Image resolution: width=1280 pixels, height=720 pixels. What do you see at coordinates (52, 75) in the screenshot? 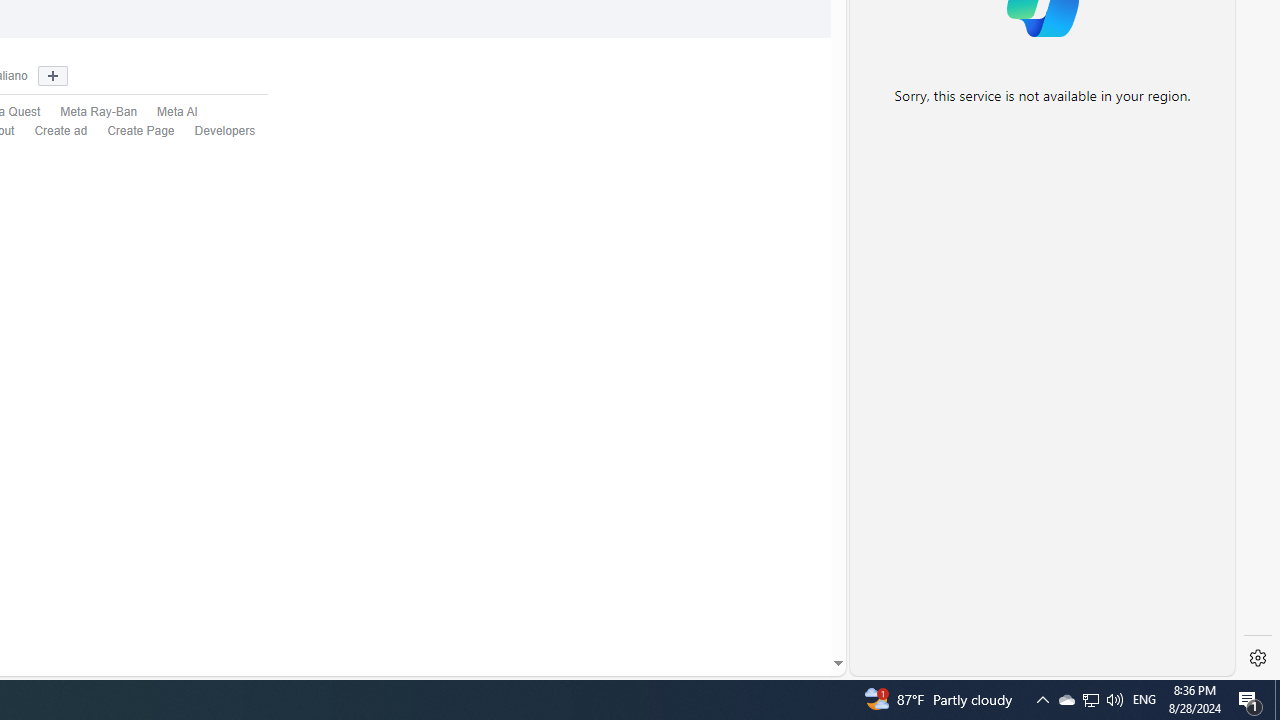
I see `'Show more languages'` at bounding box center [52, 75].